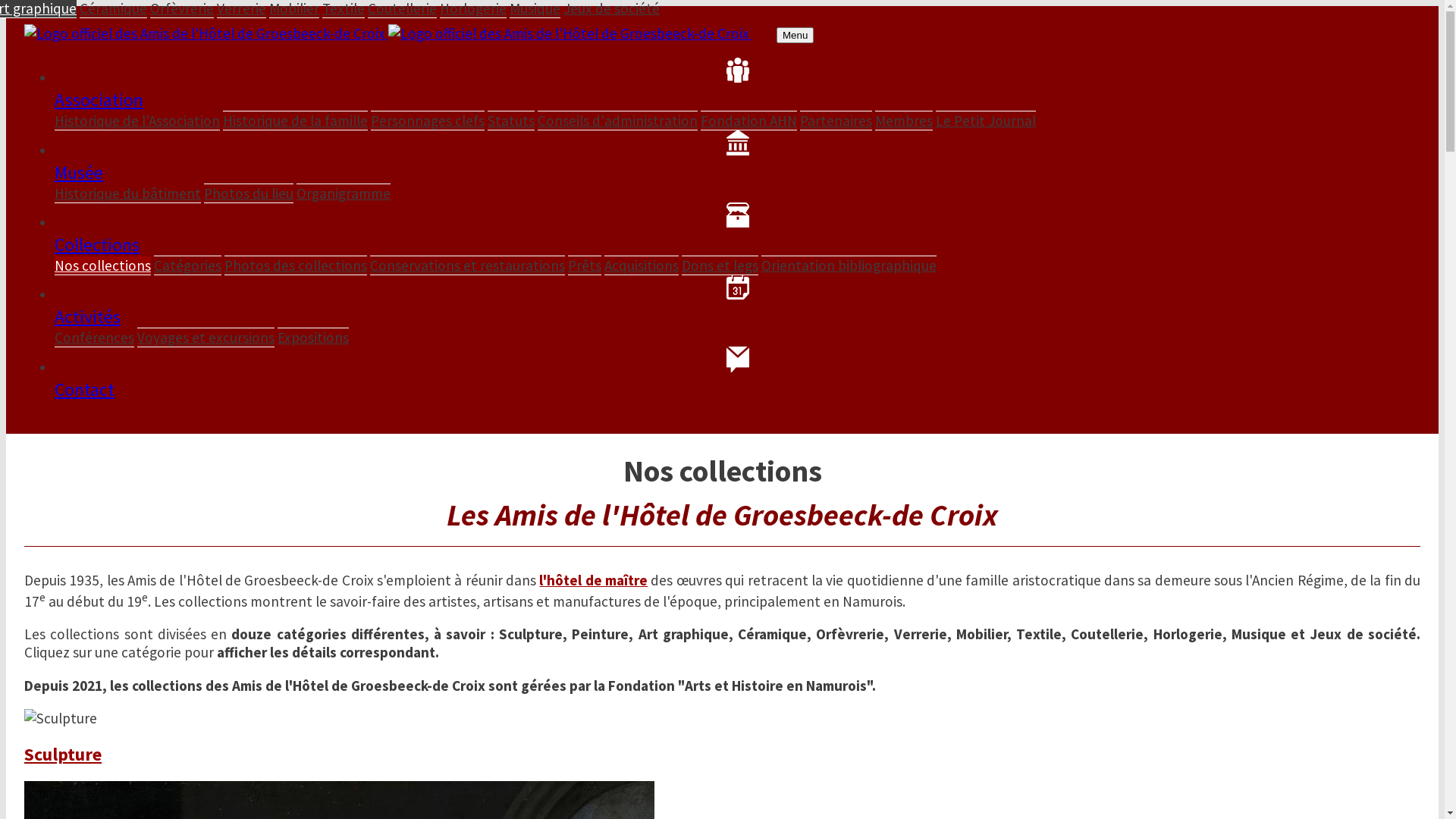  I want to click on 'Photos du lieu', so click(202, 192).